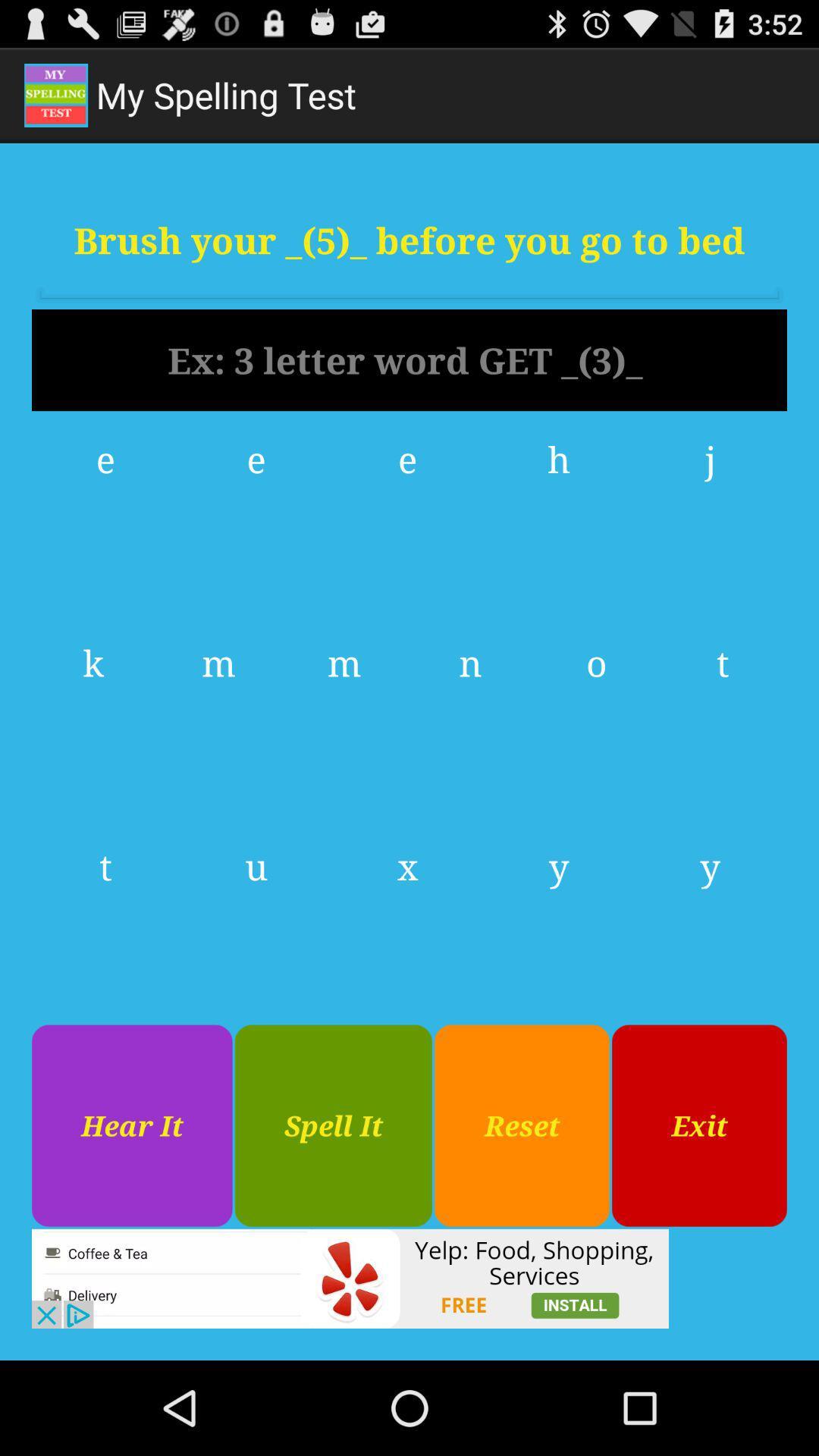 This screenshot has width=819, height=1456. Describe the element at coordinates (409, 359) in the screenshot. I see `data` at that location.